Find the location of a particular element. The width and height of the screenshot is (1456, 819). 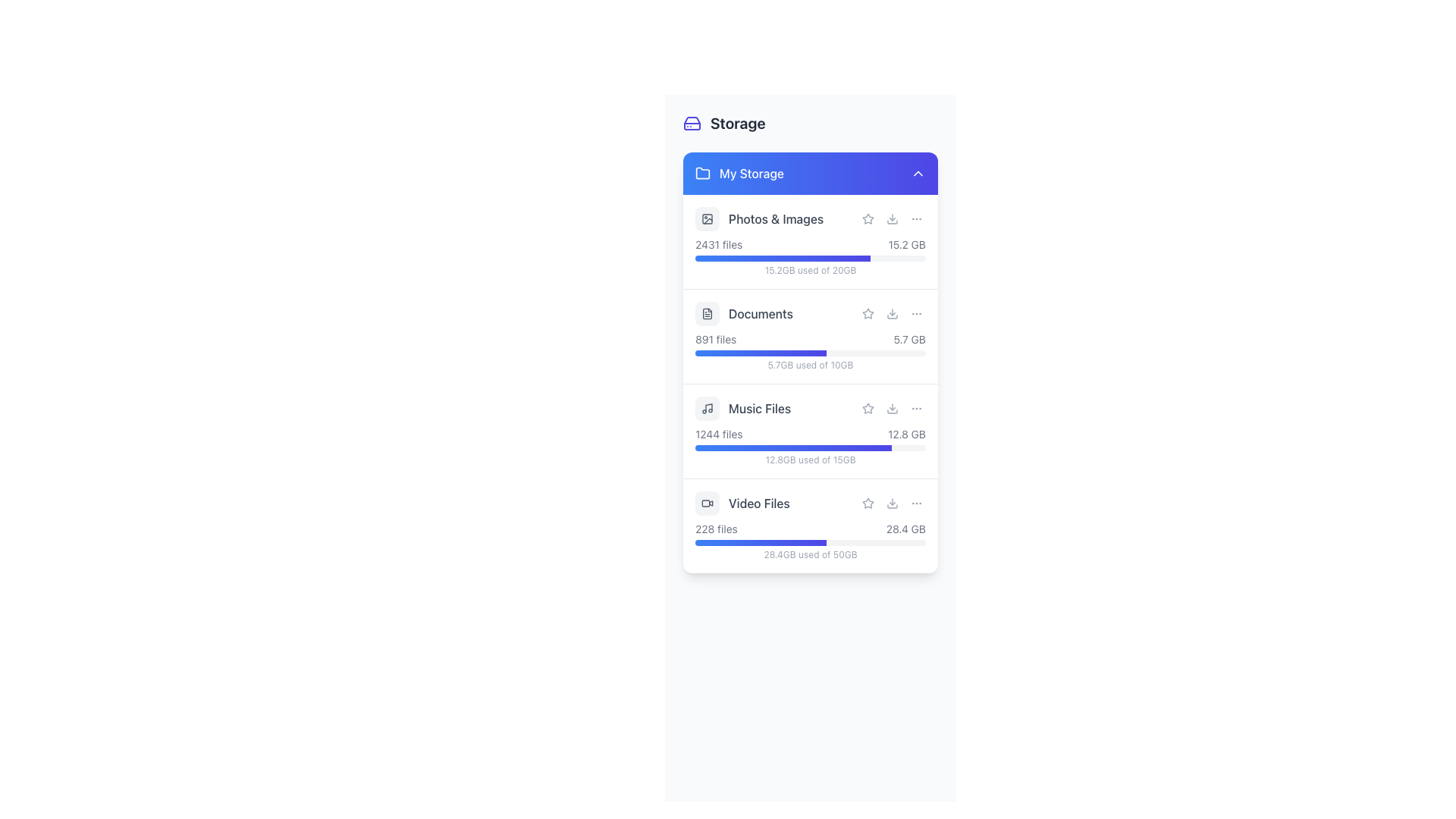

the download button represented by an SVG icon, located towards the right side of the 'Photos & Images' row in the storage list interface, to observe any style changes is located at coordinates (892, 219).